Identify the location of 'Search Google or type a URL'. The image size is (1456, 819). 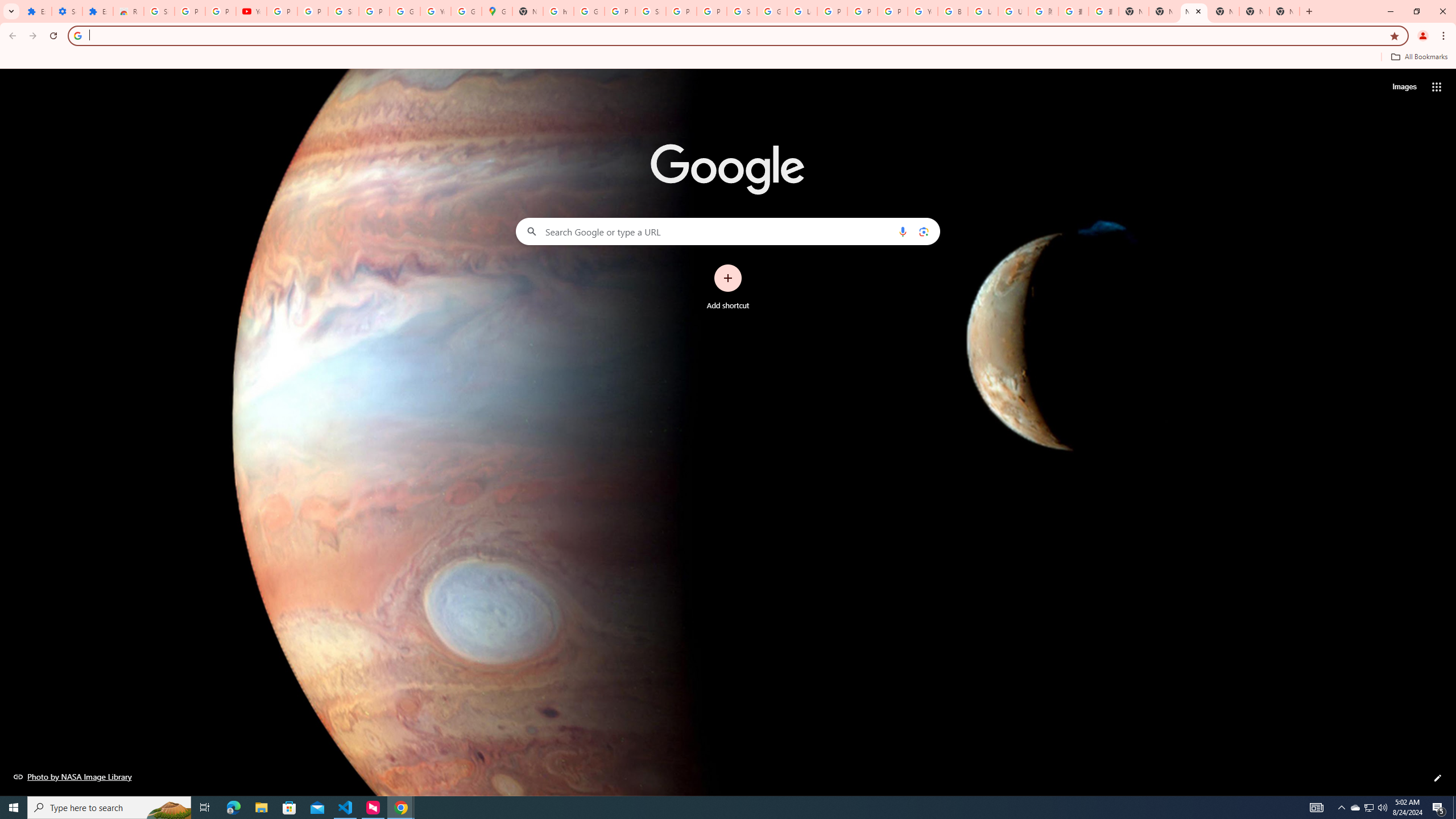
(728, 230).